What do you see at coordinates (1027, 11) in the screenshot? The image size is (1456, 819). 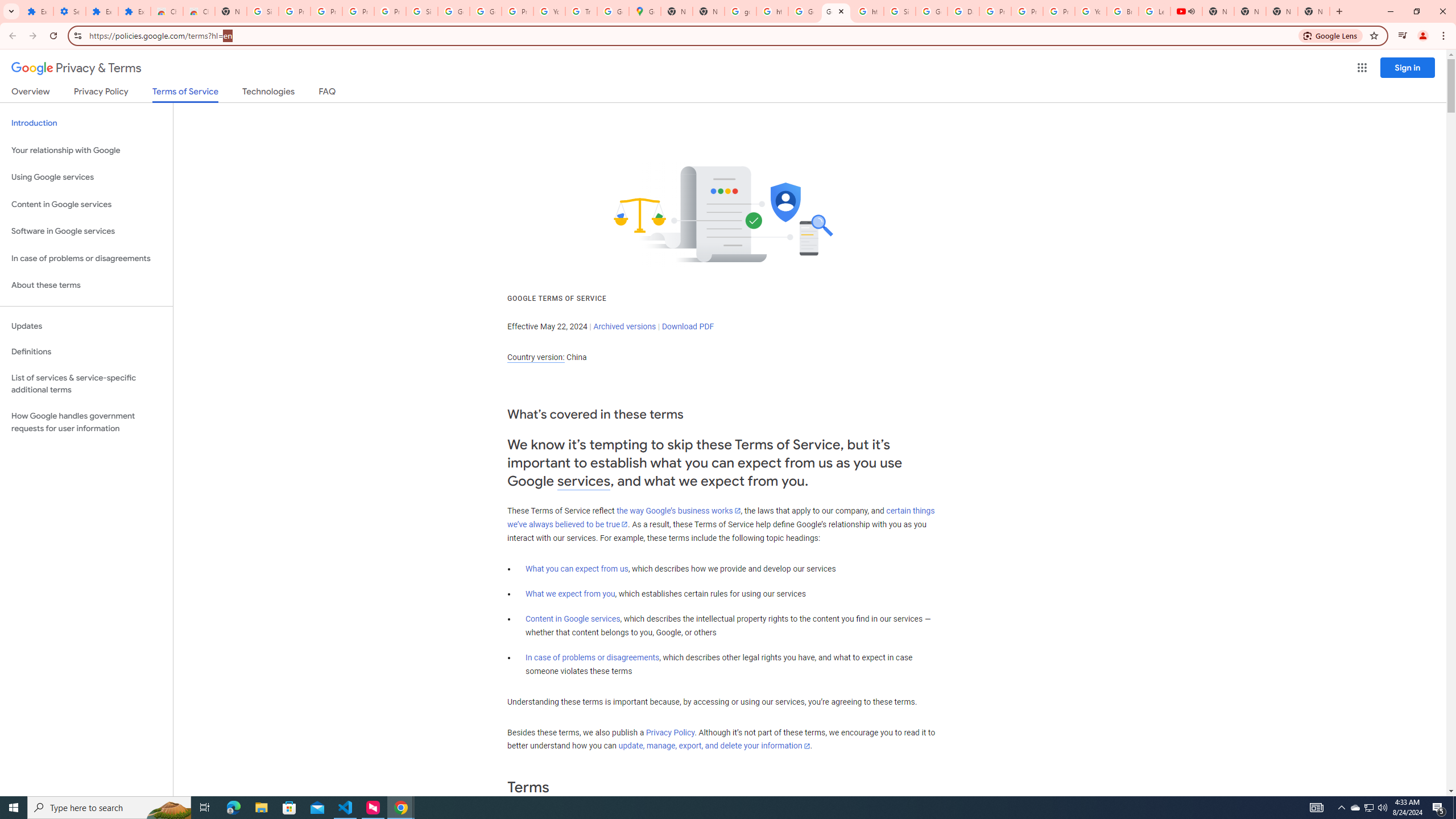 I see `'Privacy Help Center - Policies Help'` at bounding box center [1027, 11].